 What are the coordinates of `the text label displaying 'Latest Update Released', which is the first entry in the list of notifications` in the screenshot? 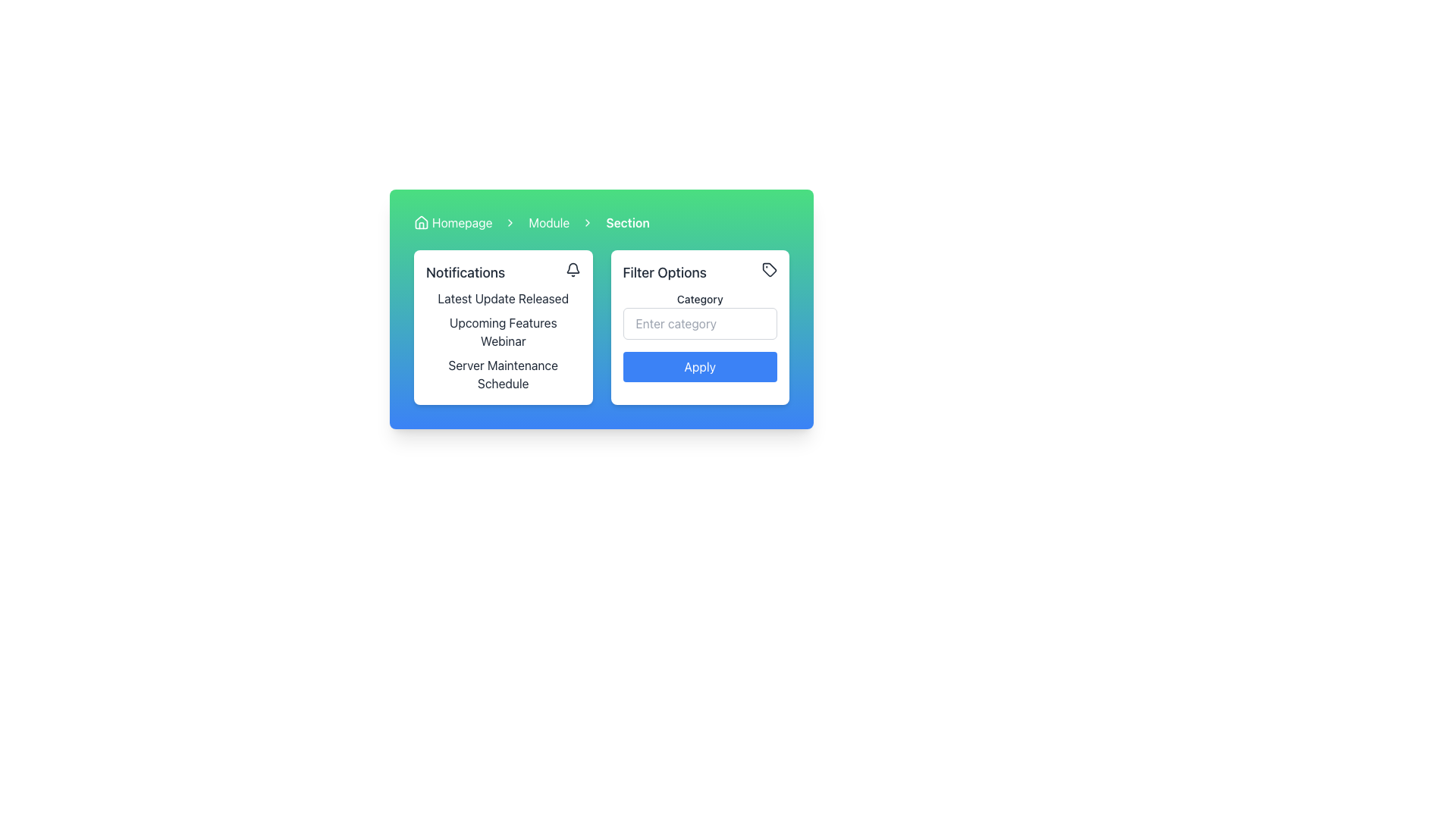 It's located at (503, 298).